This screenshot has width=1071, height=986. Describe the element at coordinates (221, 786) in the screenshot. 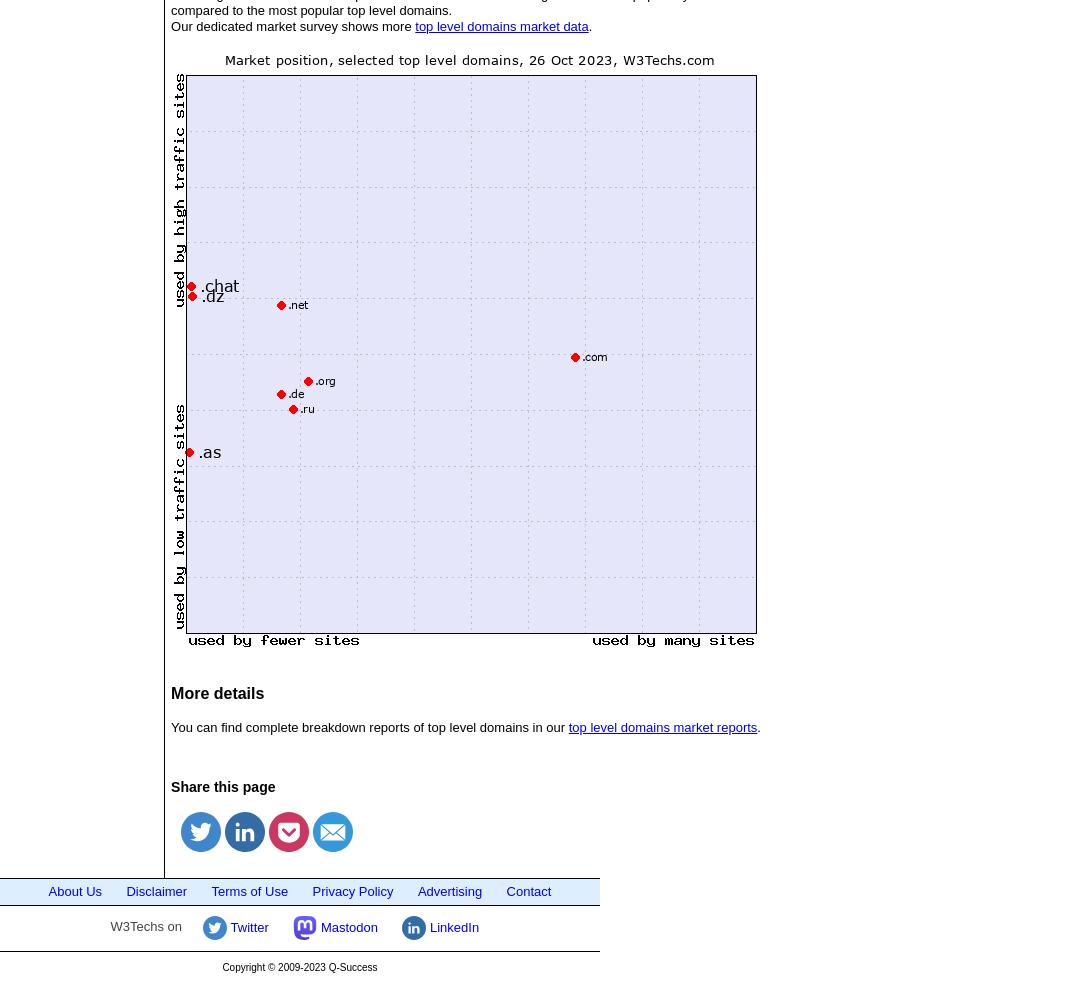

I see `'Share this page'` at that location.